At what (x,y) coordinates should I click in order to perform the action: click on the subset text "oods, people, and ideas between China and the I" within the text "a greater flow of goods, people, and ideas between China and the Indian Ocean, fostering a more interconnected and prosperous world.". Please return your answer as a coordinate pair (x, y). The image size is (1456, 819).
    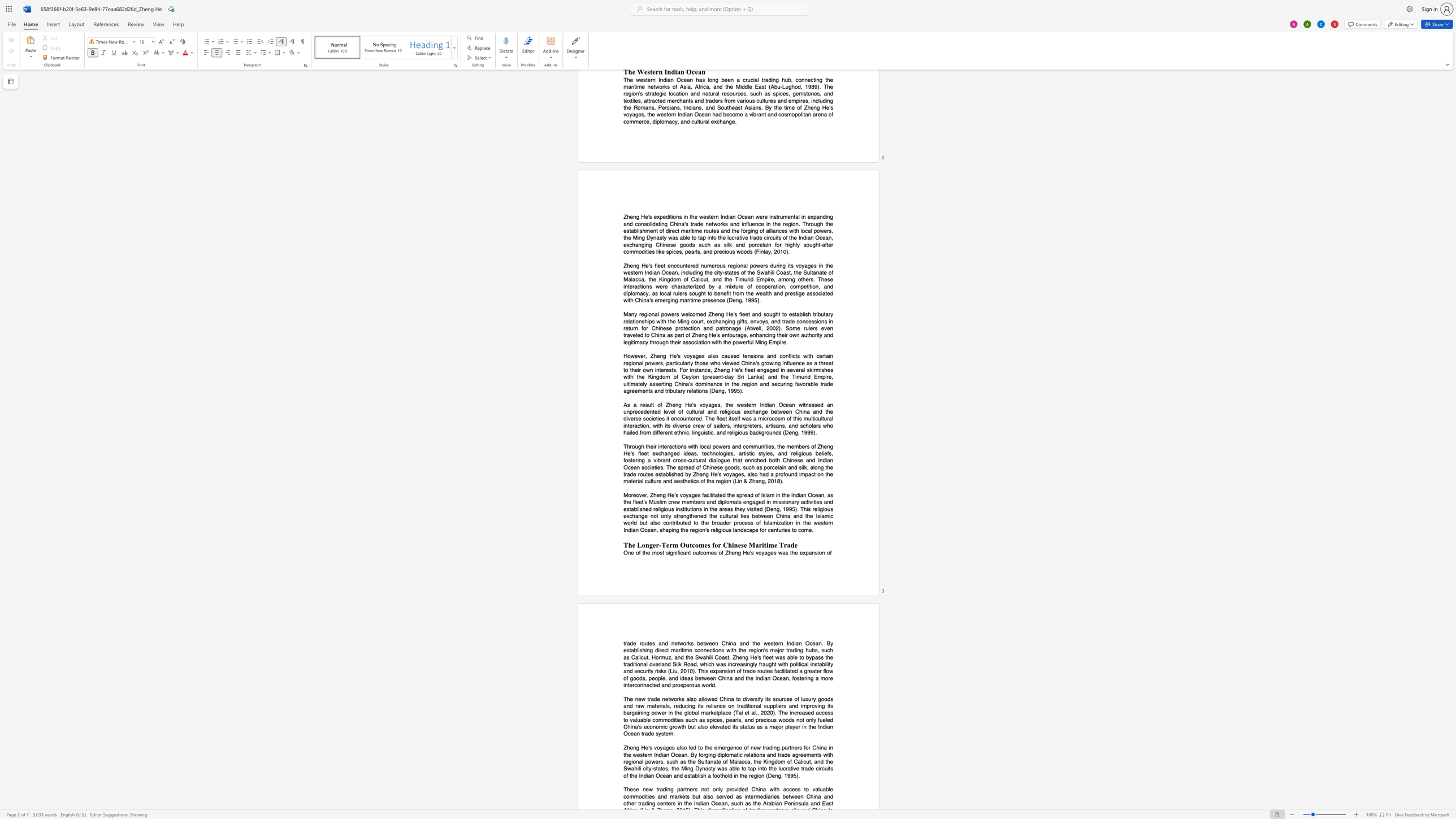
    Looking at the image, I should click on (633, 677).